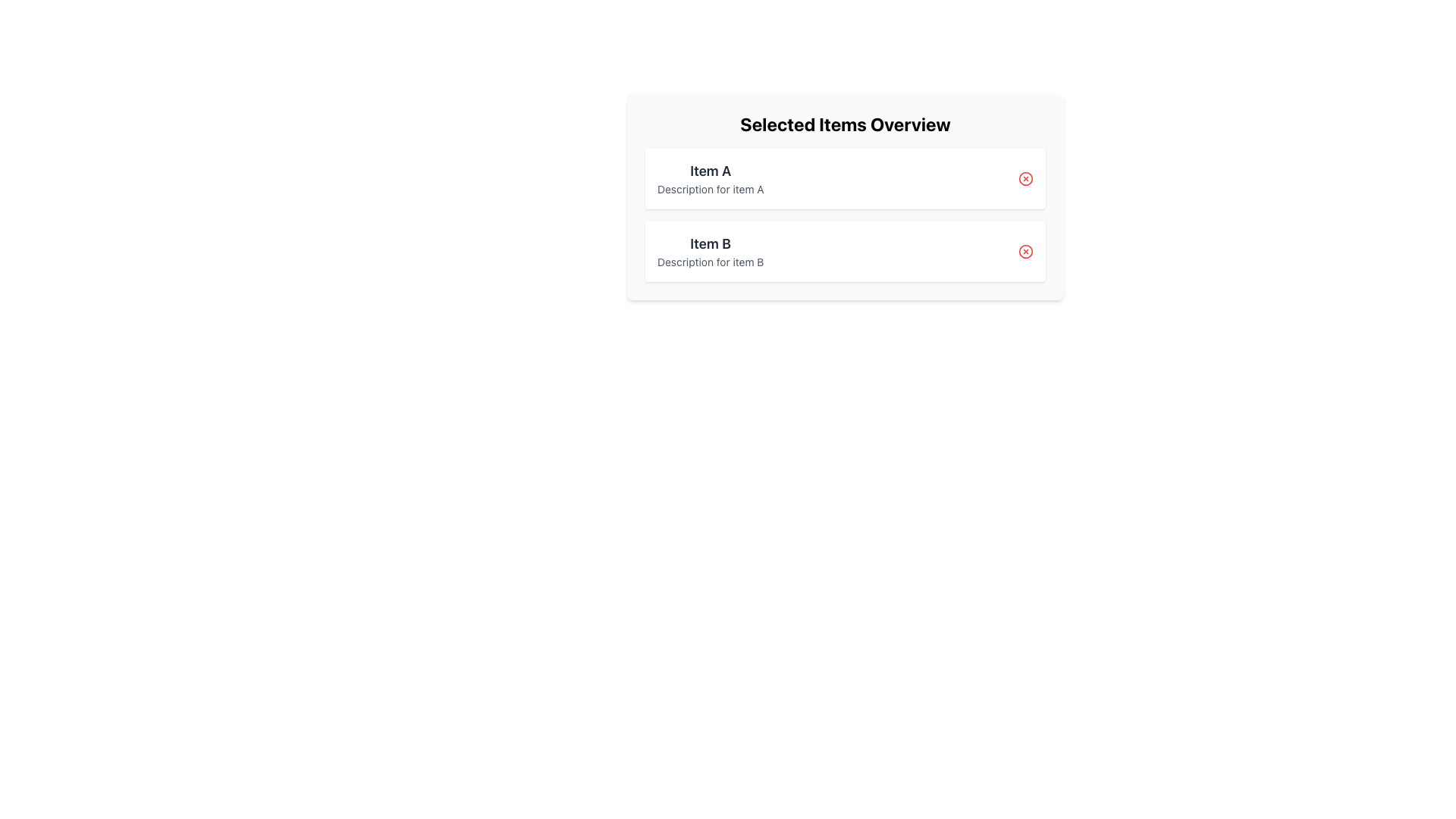  I want to click on the descriptive text element located below the heading 'Item B' in the 'Selected Items Overview' section, so click(710, 262).